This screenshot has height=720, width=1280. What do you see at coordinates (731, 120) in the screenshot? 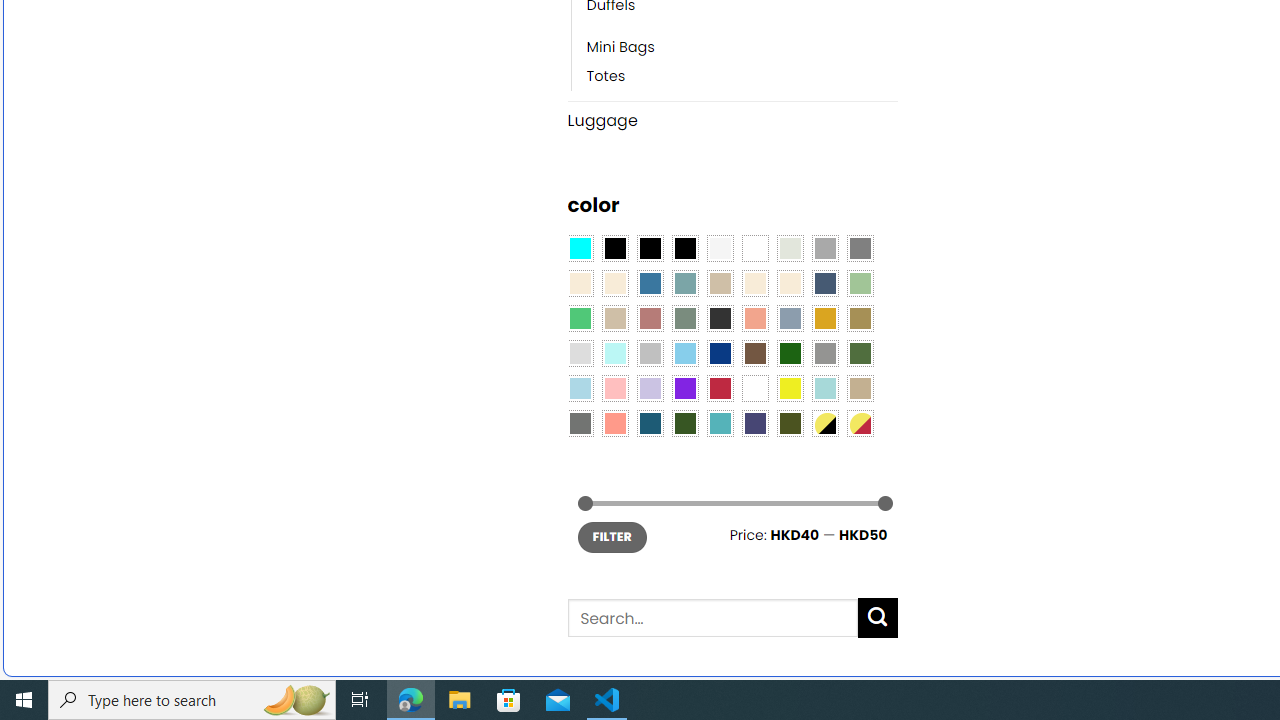
I see `'Luggage'` at bounding box center [731, 120].